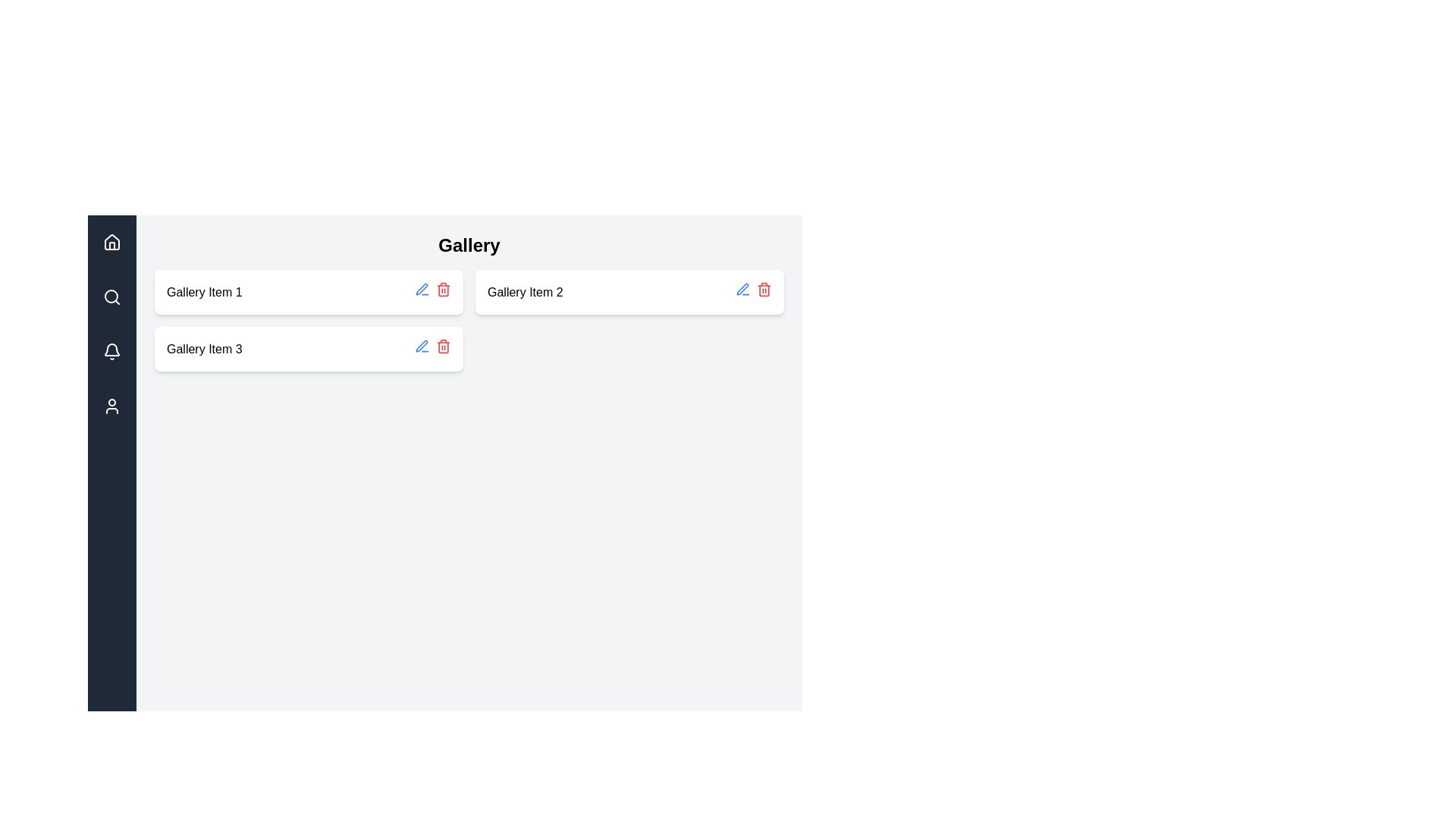 The width and height of the screenshot is (1456, 819). What do you see at coordinates (111, 406) in the screenshot?
I see `the circular user profile icon at the bottom of the vertical navigation bar` at bounding box center [111, 406].